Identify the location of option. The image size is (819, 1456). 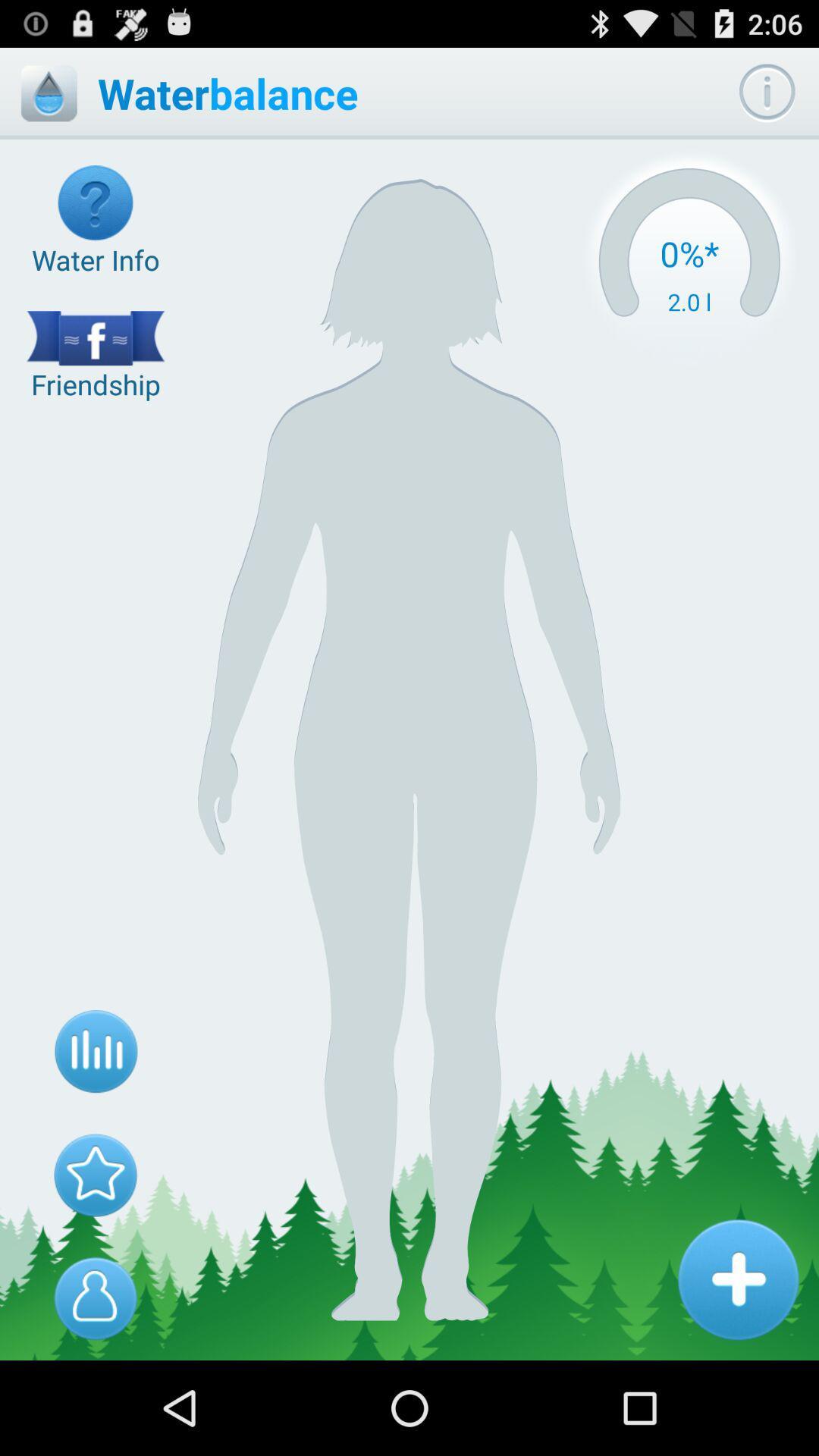
(96, 1174).